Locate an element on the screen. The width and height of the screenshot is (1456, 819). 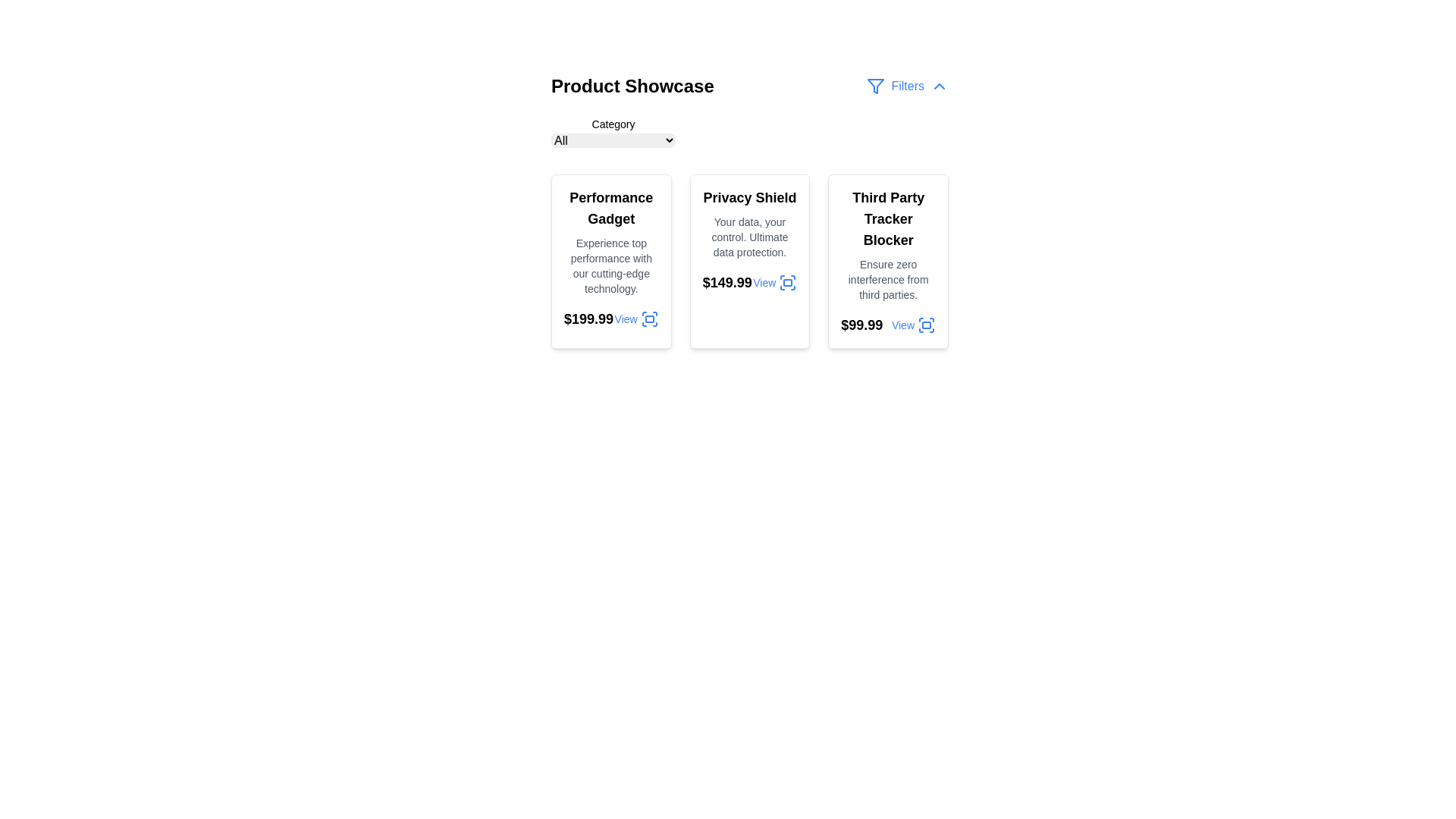
the text block containing the sentence 'Your data, your control. Ultimate data protection.' styled in gray, located within the 'Privacy Shield' card is located at coordinates (749, 237).